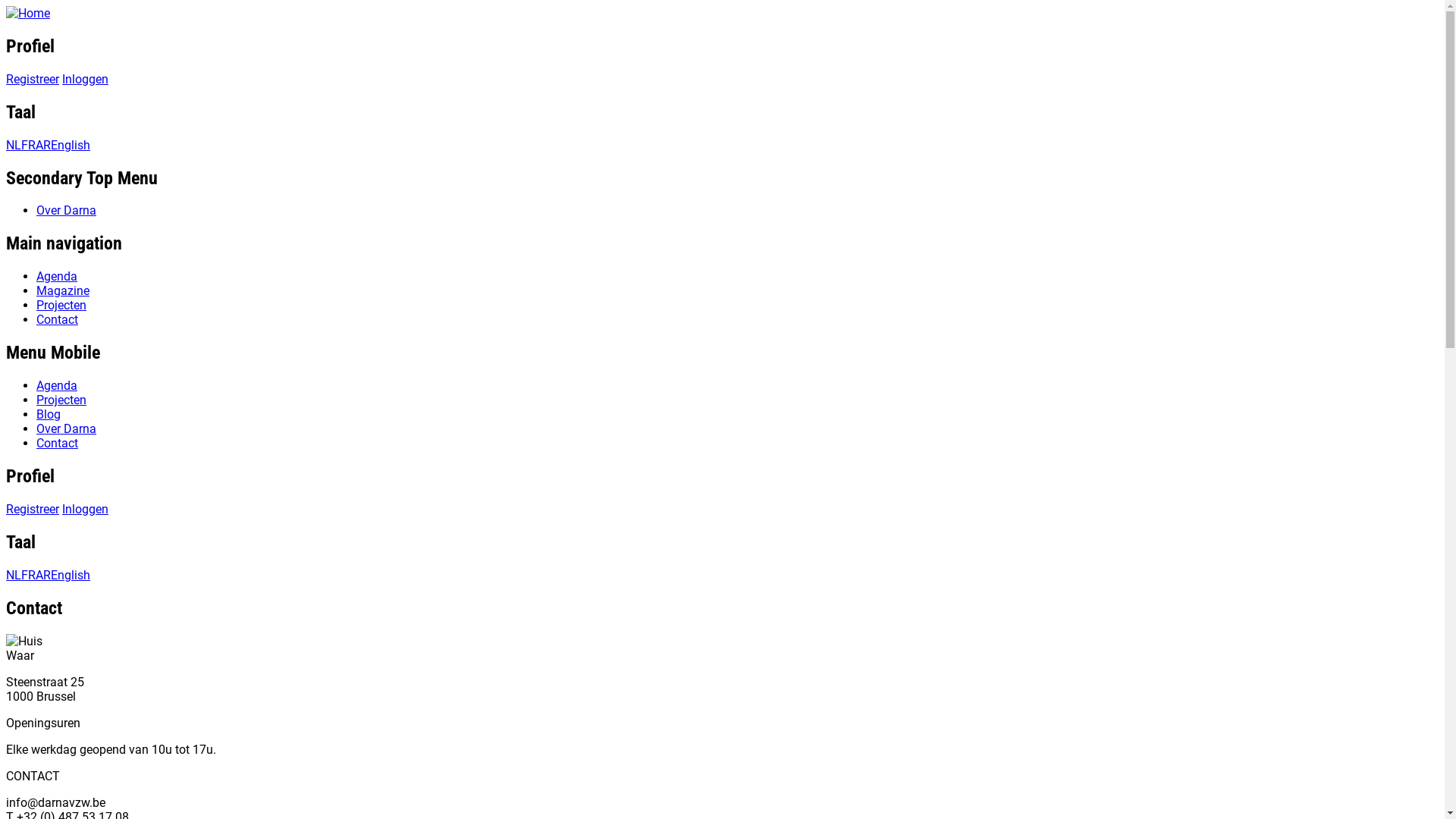 The width and height of the screenshot is (1456, 819). Describe the element at coordinates (69, 575) in the screenshot. I see `'English'` at that location.